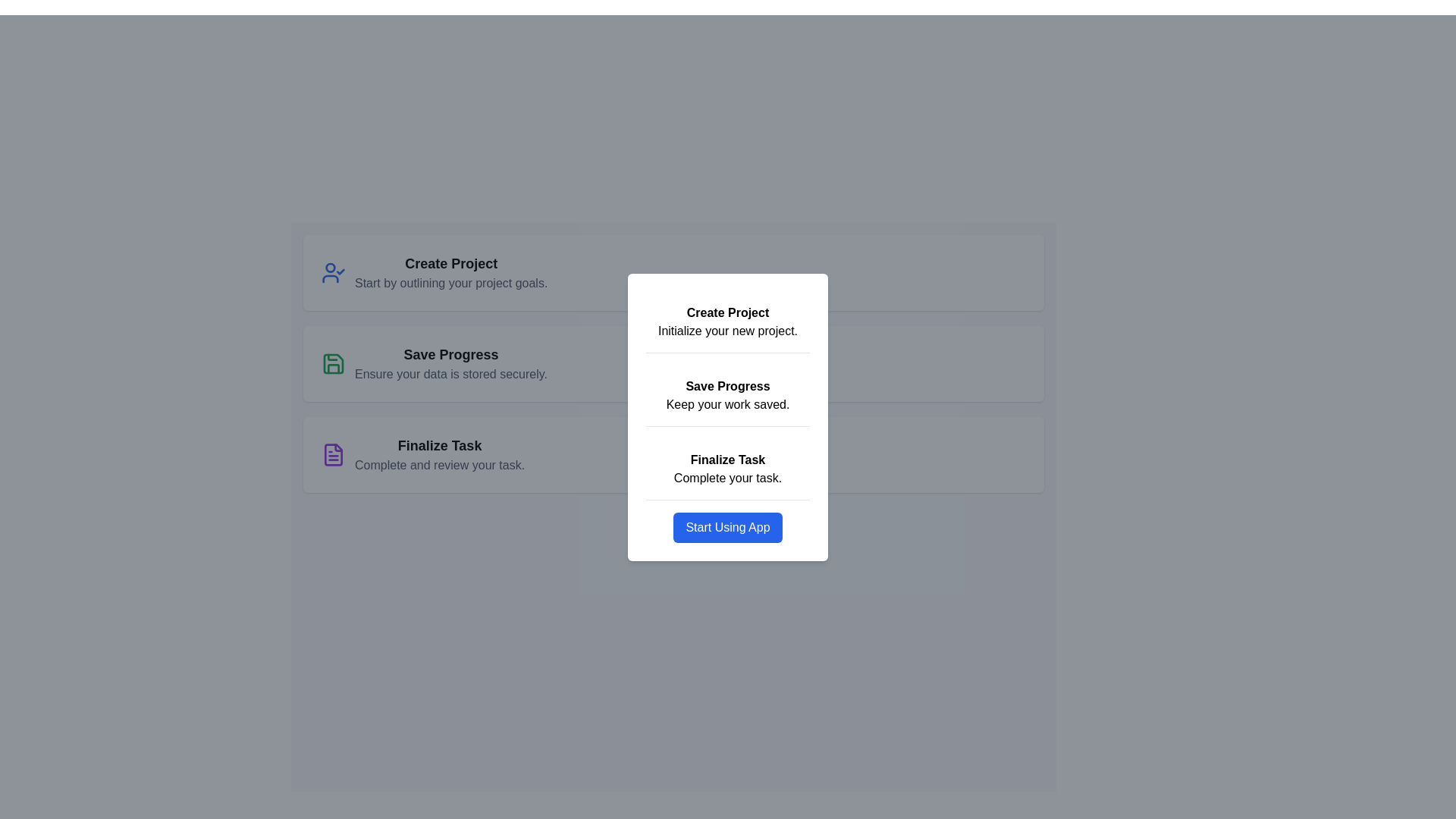 This screenshot has height=819, width=1456. What do you see at coordinates (439, 454) in the screenshot?
I see `the 'Finalize Task' text element, which includes a bold title and a description, located in the right central portion of the 'Finalize Task' card` at bounding box center [439, 454].